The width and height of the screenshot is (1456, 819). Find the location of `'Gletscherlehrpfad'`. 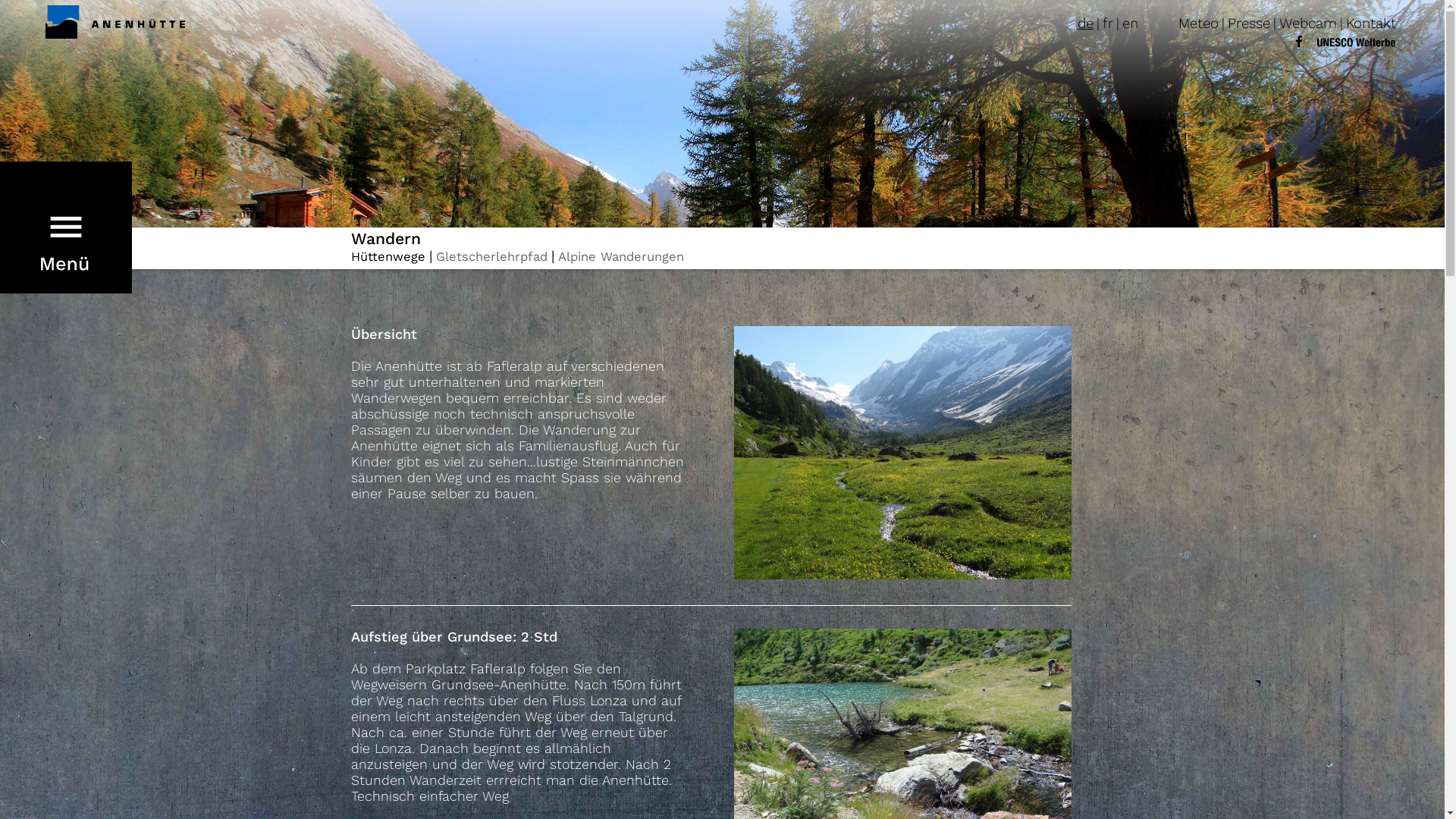

'Gletscherlehrpfad' is located at coordinates (491, 256).